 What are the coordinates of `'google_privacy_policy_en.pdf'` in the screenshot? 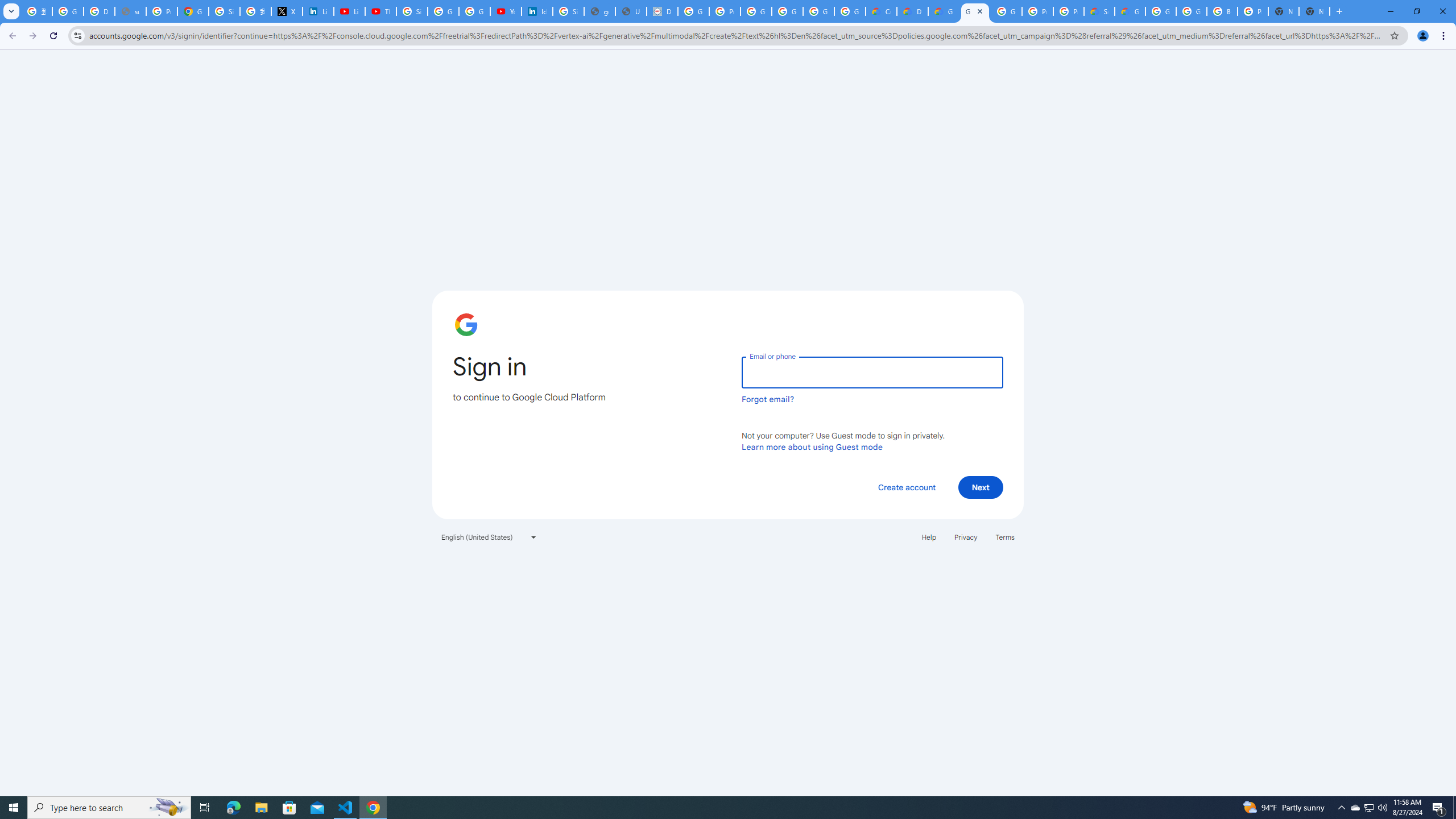 It's located at (599, 11).